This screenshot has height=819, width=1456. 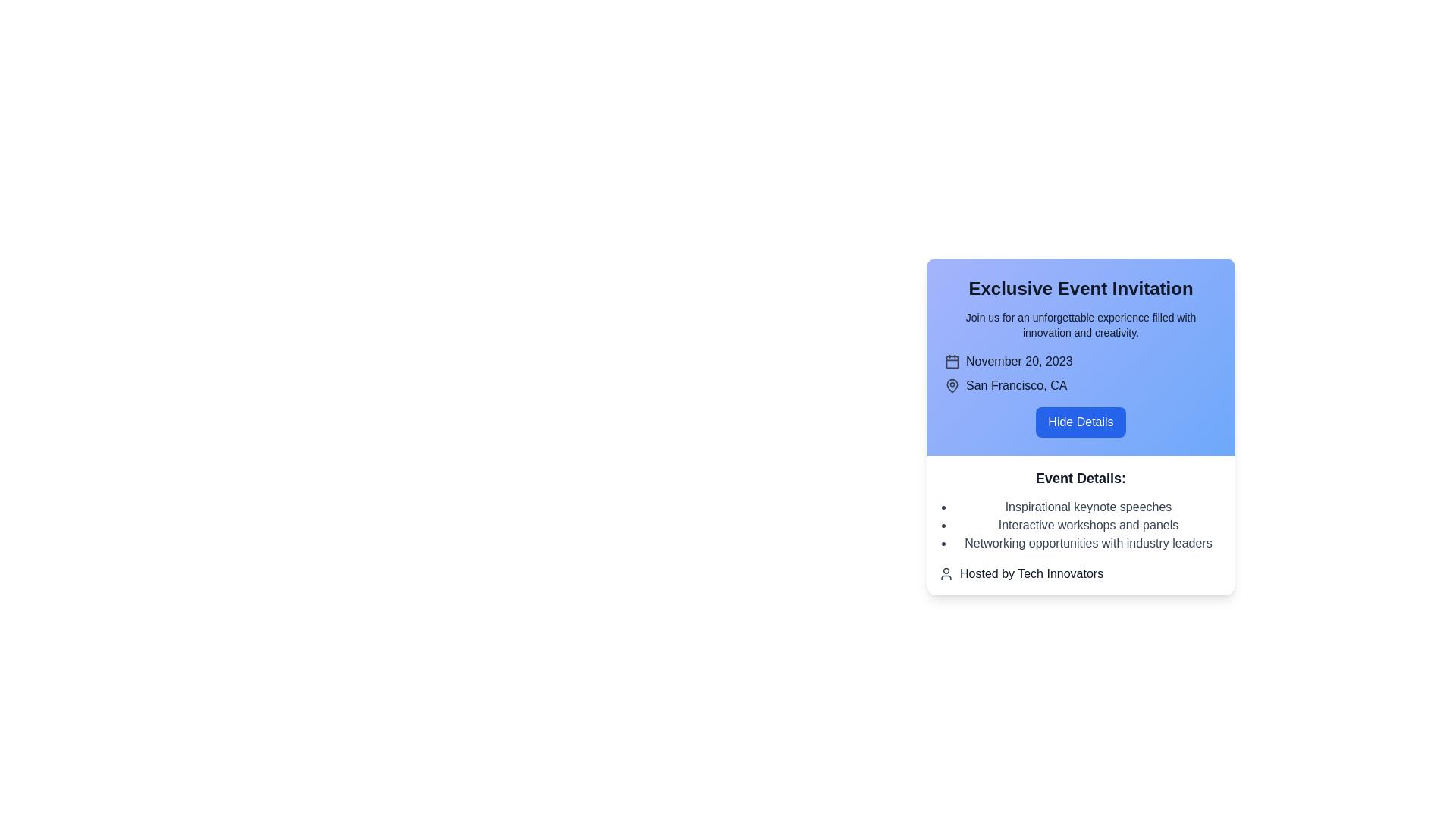 What do you see at coordinates (1080, 427) in the screenshot?
I see `the 'Hide Details' button with a blue background and white text located in the middle section of the event invitation card` at bounding box center [1080, 427].